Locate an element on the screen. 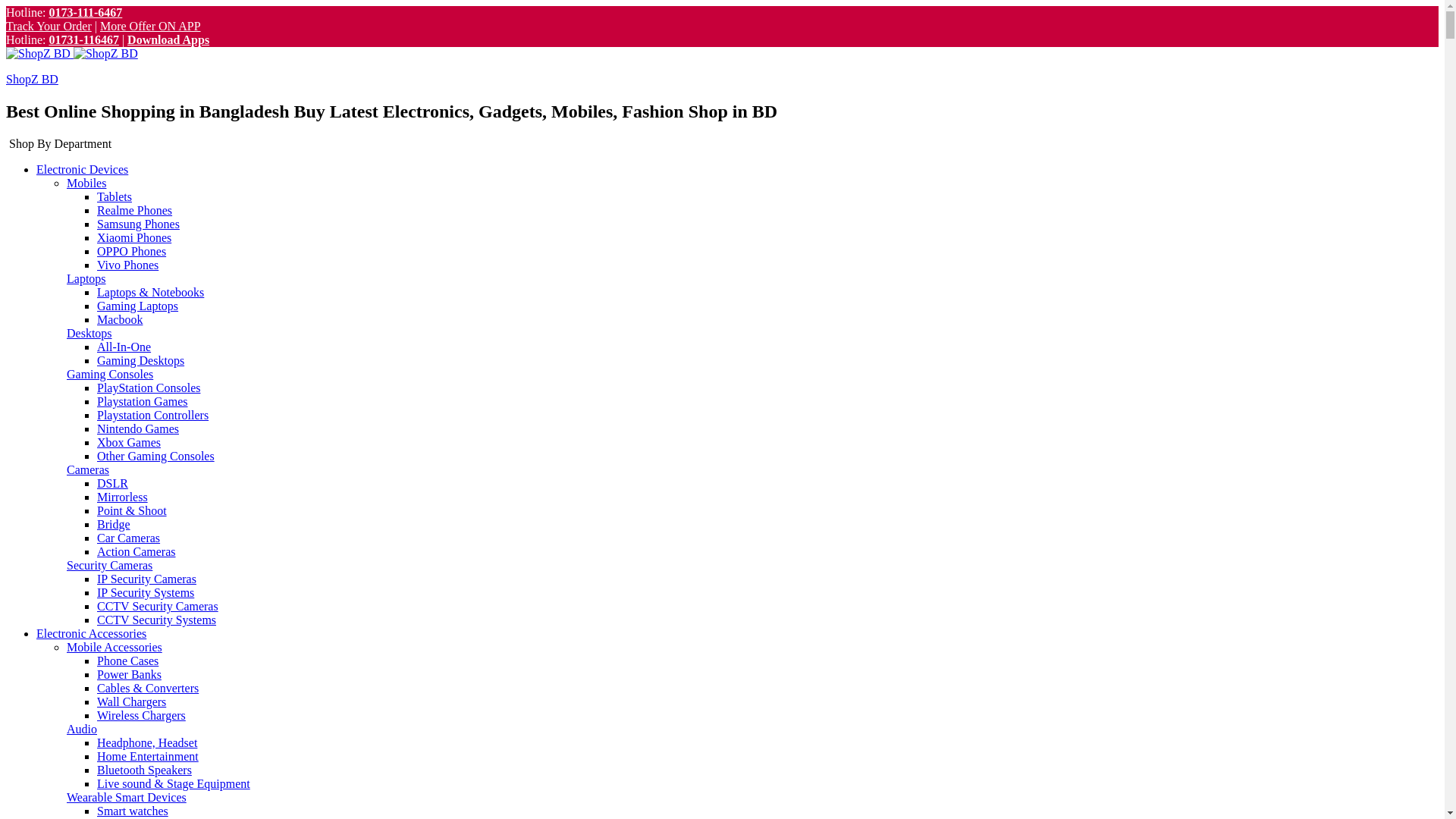  'Gaming Consoles' is located at coordinates (108, 374).